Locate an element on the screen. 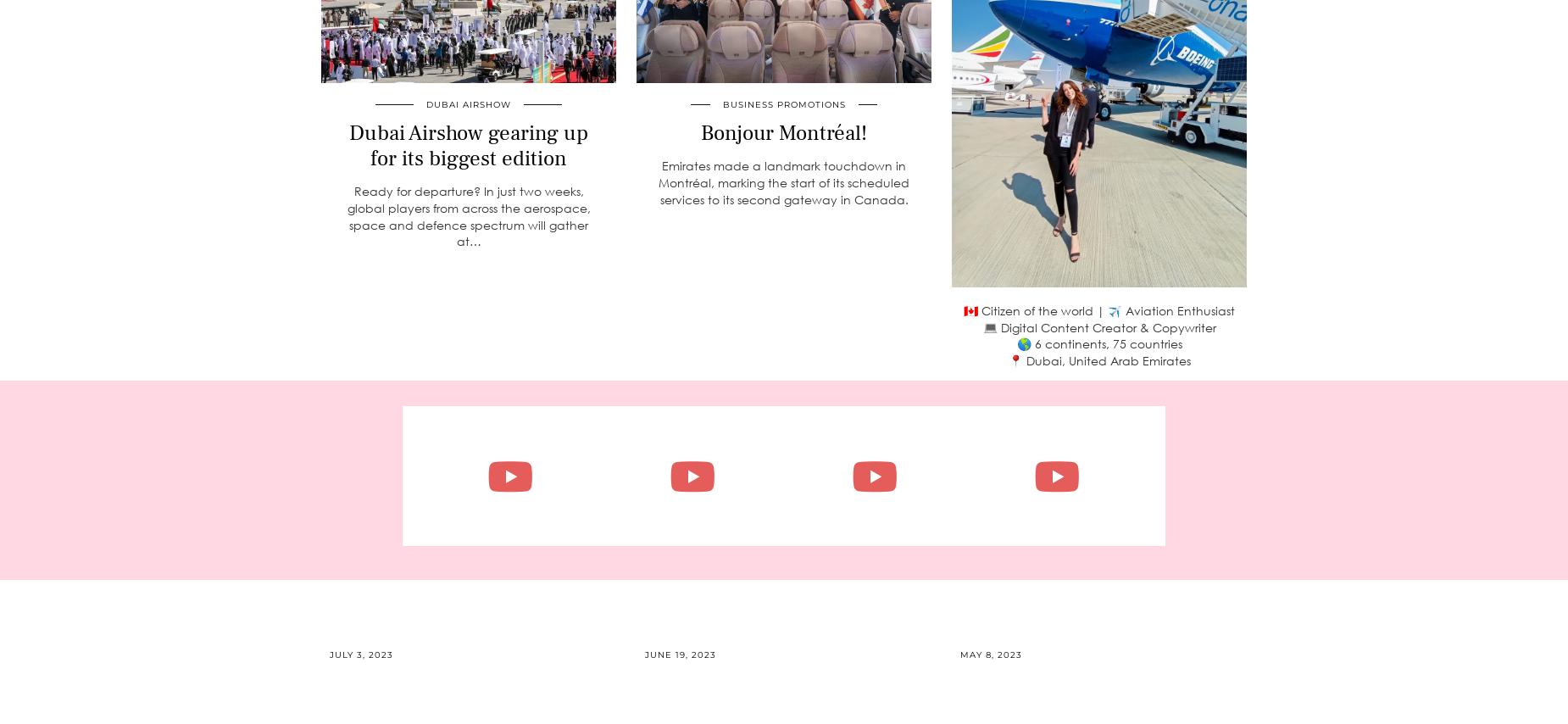 The image size is (1568, 724). '🇨🇦  Citizen of the world | ✈️  Aviation Enthusiast' is located at coordinates (1098, 309).